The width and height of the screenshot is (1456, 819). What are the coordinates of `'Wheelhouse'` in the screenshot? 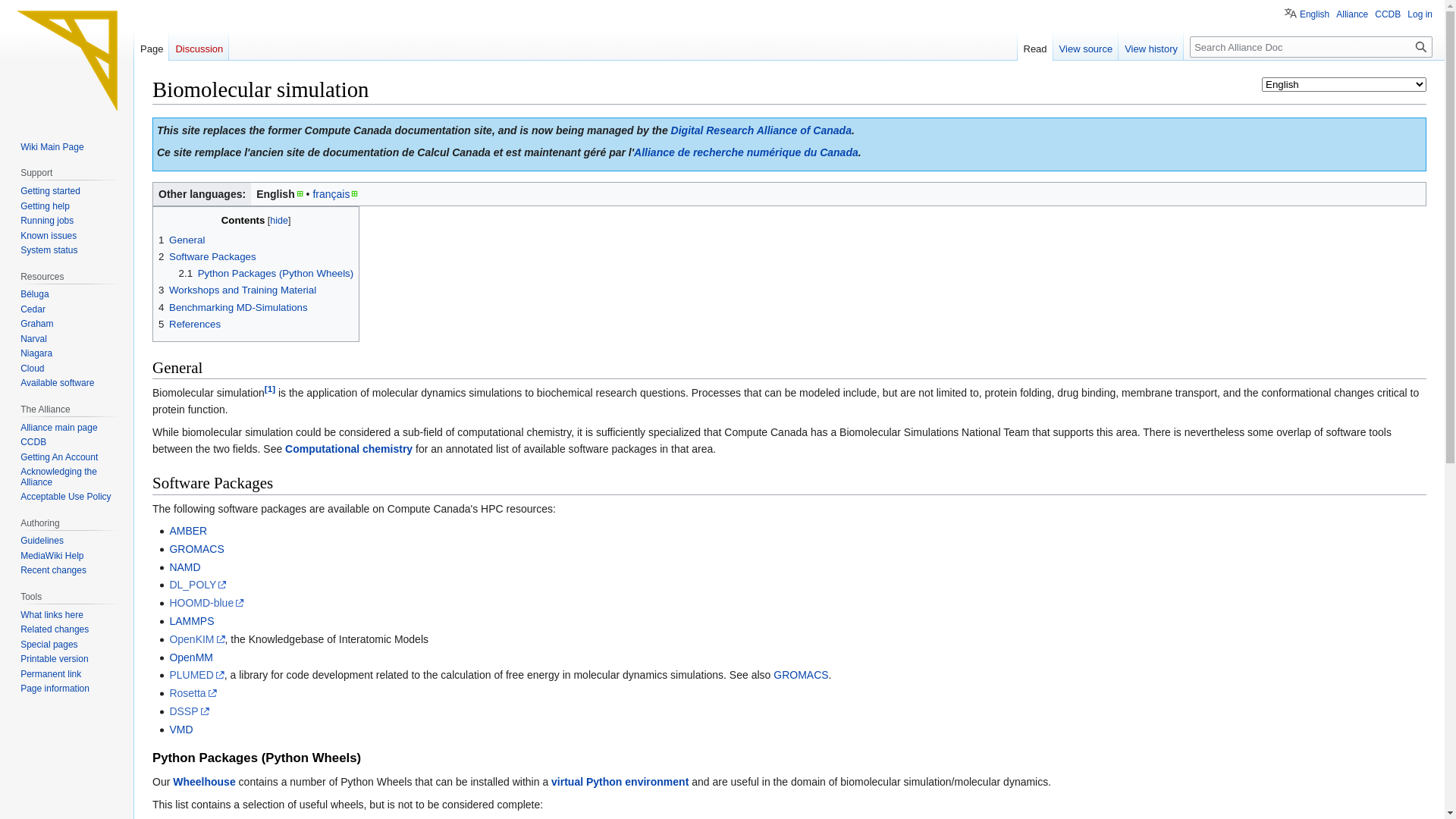 It's located at (202, 781).